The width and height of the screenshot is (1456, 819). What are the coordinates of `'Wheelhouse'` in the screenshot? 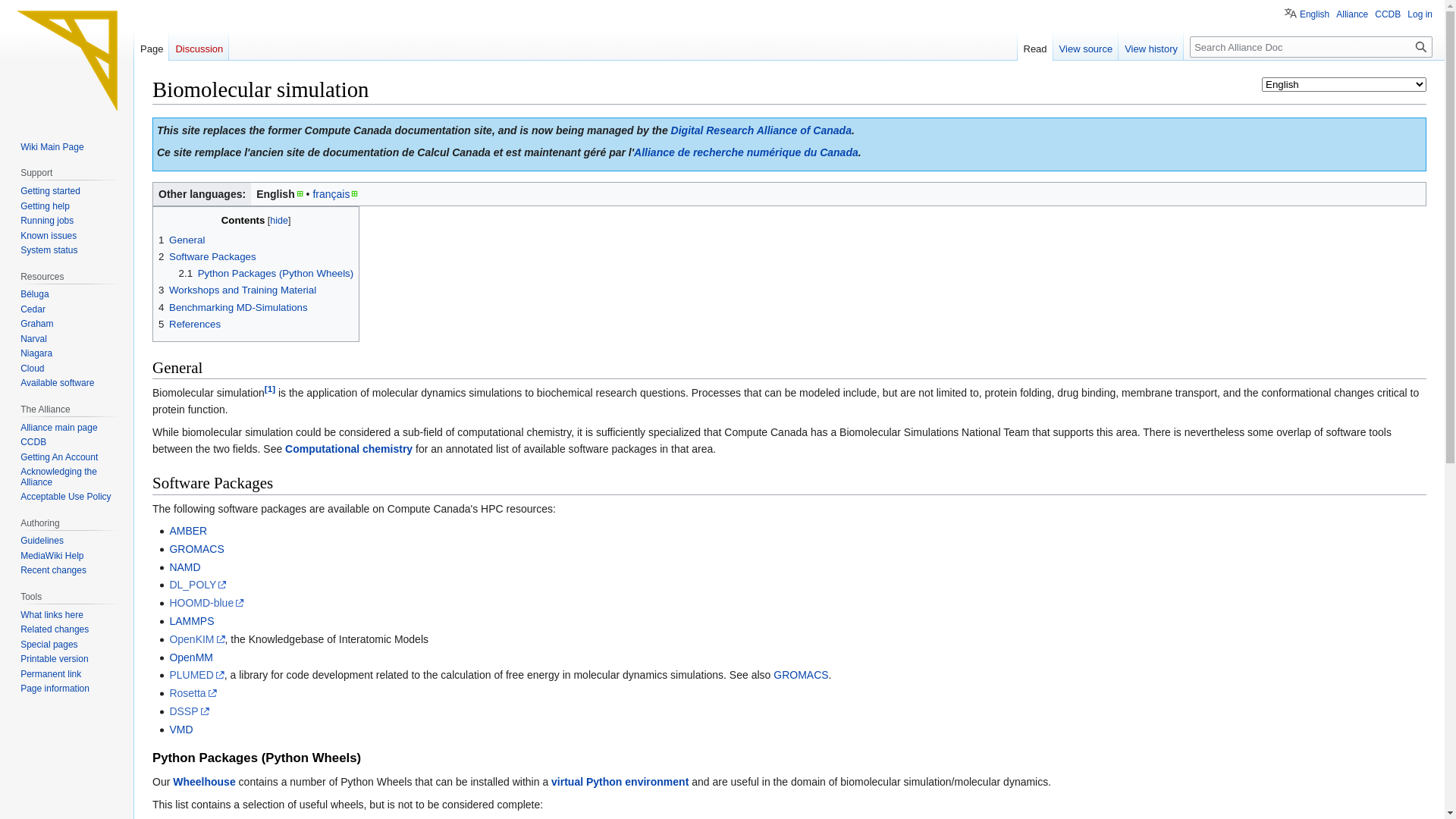 It's located at (202, 781).